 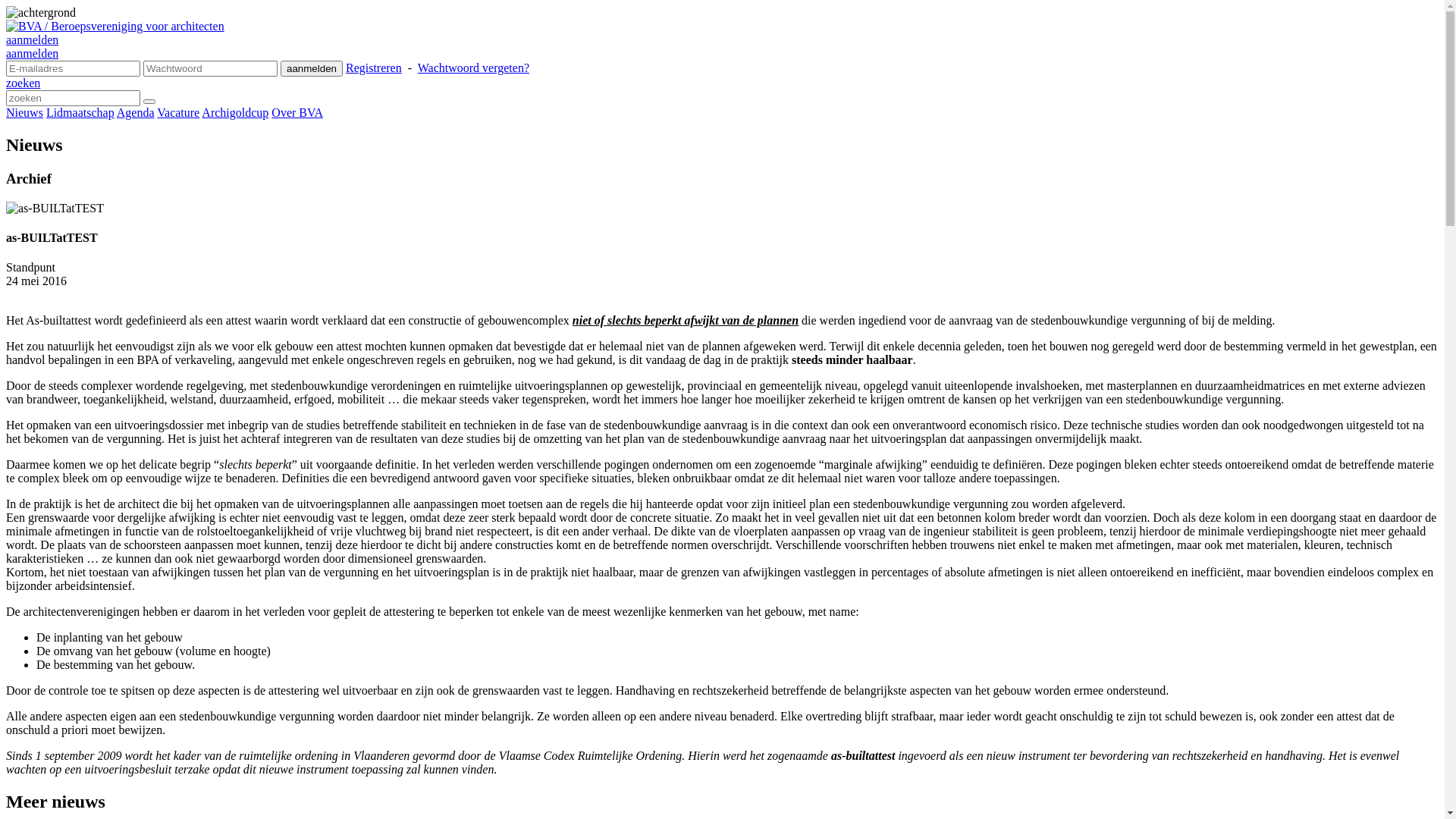 What do you see at coordinates (311, 68) in the screenshot?
I see `'aanmelden'` at bounding box center [311, 68].